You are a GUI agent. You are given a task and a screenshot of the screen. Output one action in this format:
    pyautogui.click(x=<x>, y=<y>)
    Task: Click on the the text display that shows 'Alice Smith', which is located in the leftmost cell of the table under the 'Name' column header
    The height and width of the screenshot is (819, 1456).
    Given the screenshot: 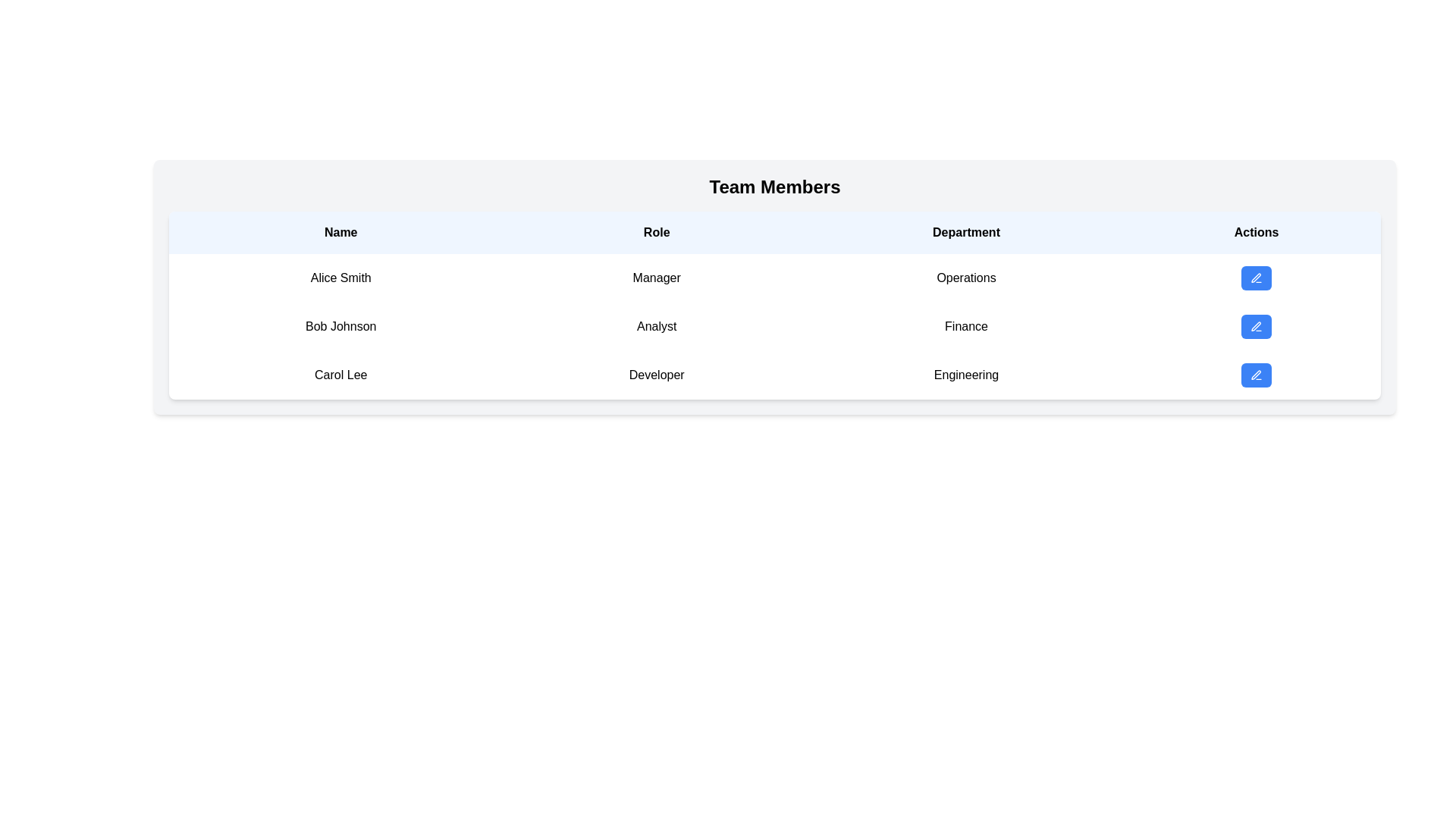 What is the action you would take?
    pyautogui.click(x=340, y=278)
    